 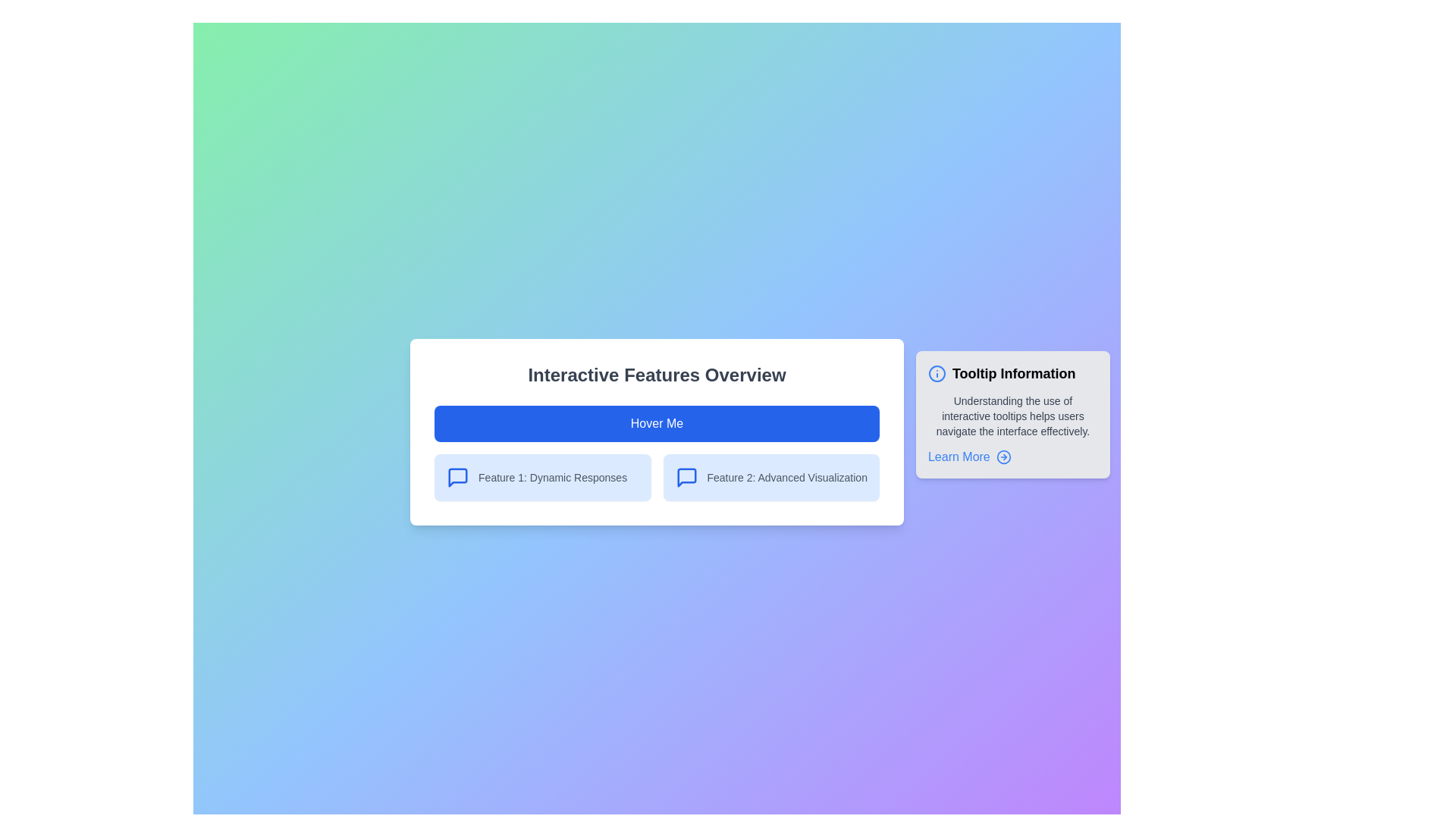 What do you see at coordinates (657, 432) in the screenshot?
I see `the blue button labeled 'Hover Me' located at the center of the Panel or Card that contains the text 'Interactive Features Overview'` at bounding box center [657, 432].